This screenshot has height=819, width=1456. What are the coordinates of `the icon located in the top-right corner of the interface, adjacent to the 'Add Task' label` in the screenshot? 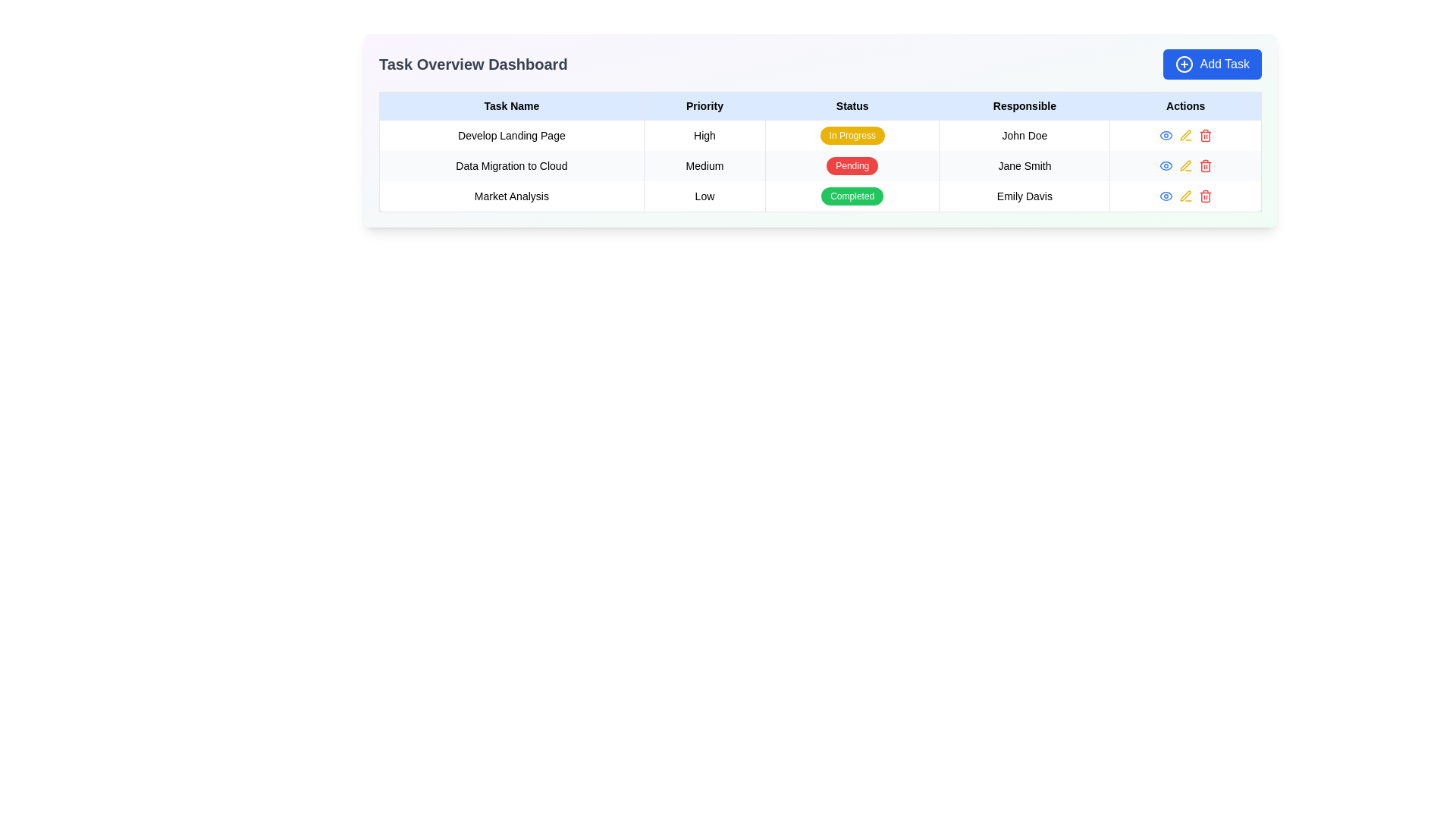 It's located at (1184, 63).